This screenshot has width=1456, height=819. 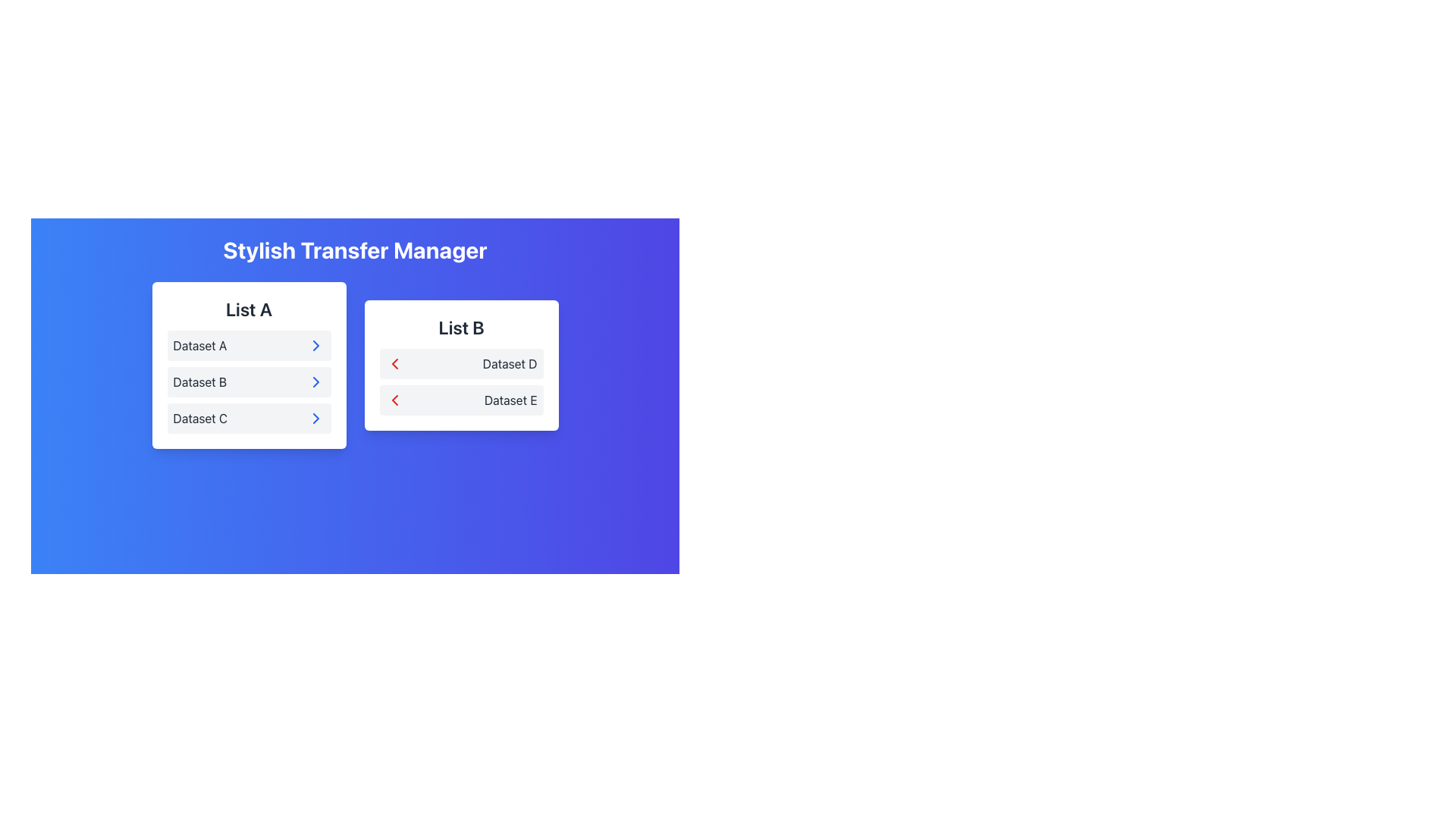 I want to click on text label for the first item in the list under 'List A', which is located in the left column of the interface, so click(x=199, y=345).